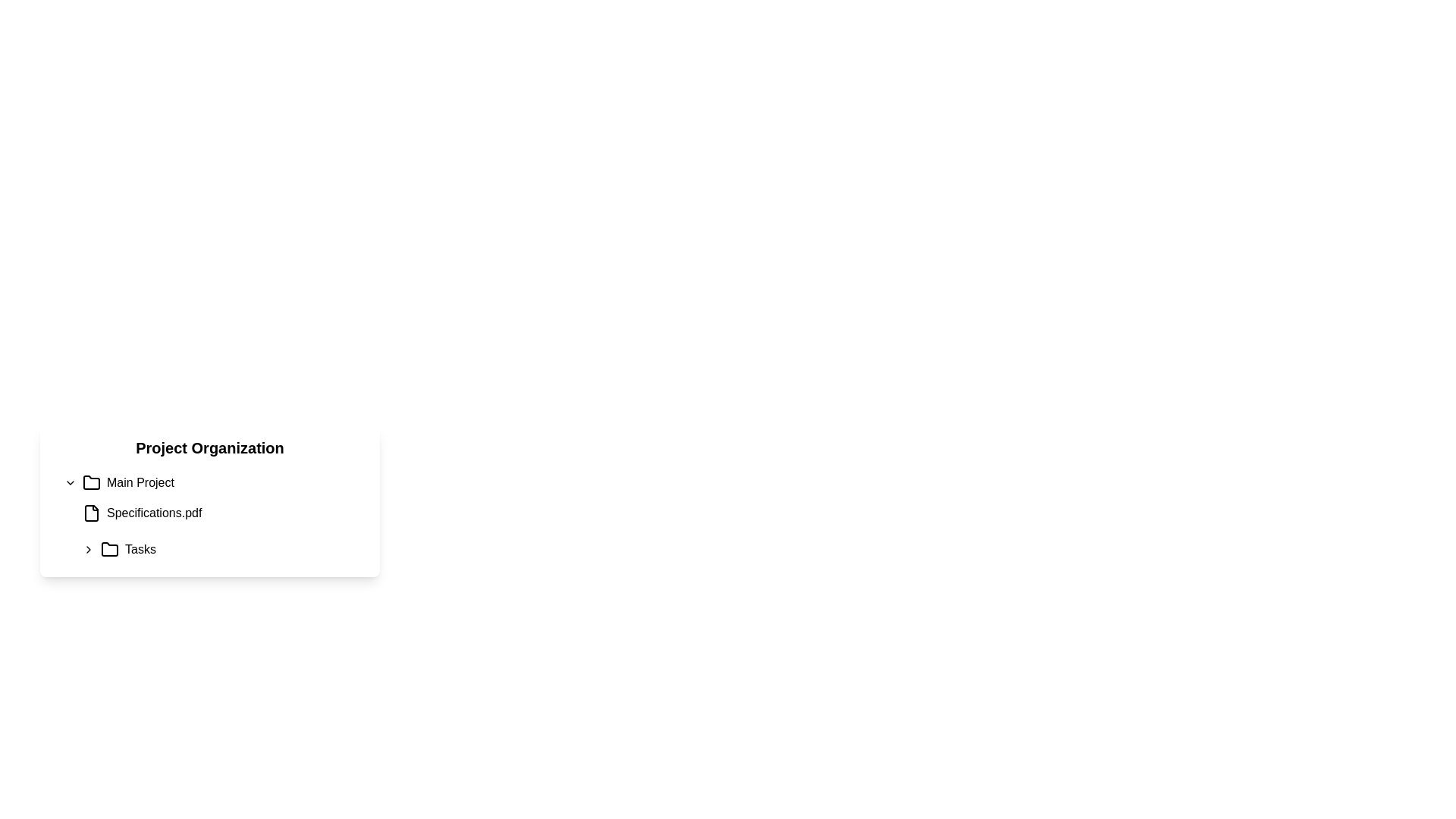  I want to click on the file icon representing 'Specifications.pdf', so click(90, 513).